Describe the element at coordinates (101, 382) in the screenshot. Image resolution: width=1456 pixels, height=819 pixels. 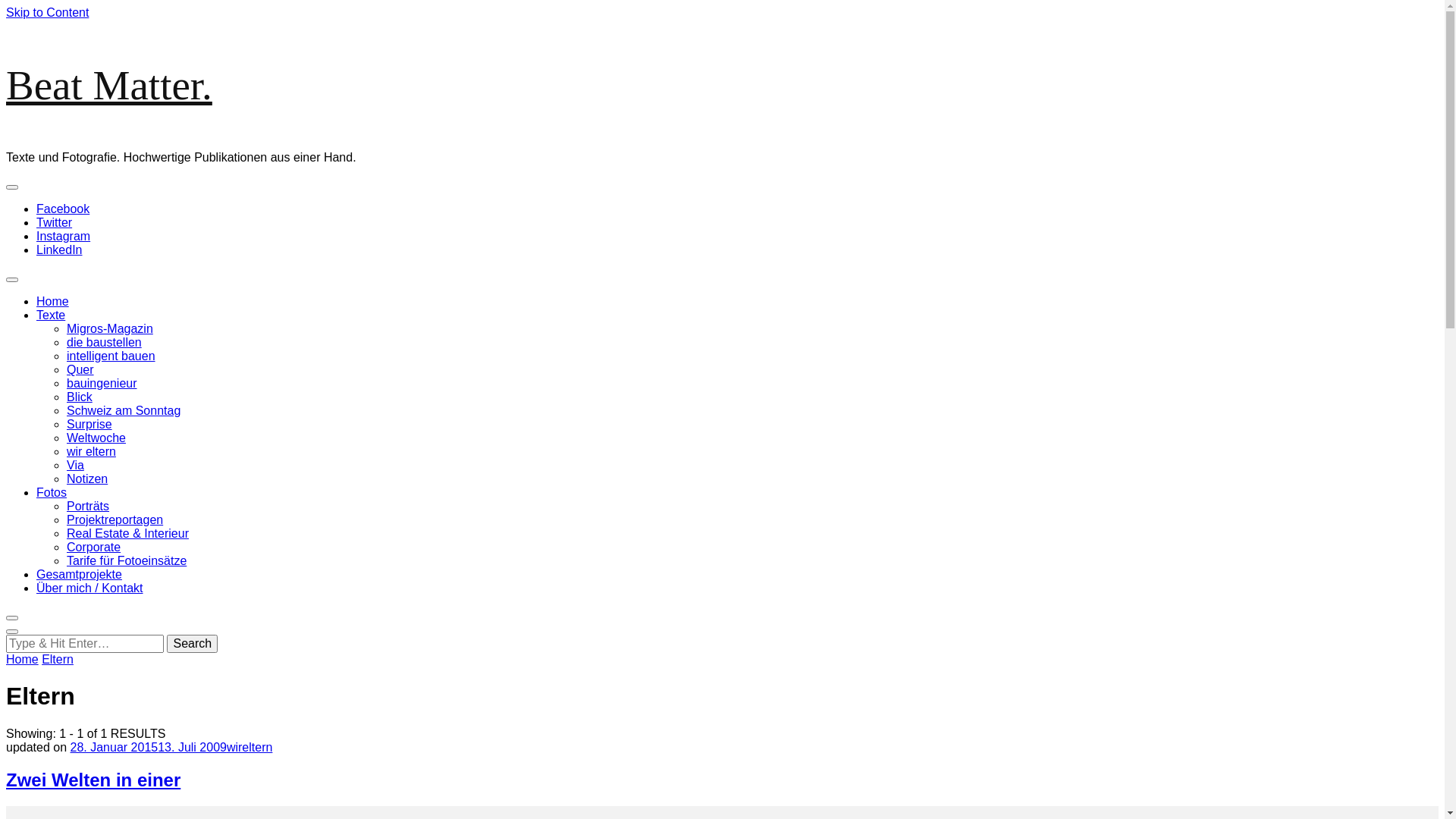
I see `'bauingenieur'` at that location.